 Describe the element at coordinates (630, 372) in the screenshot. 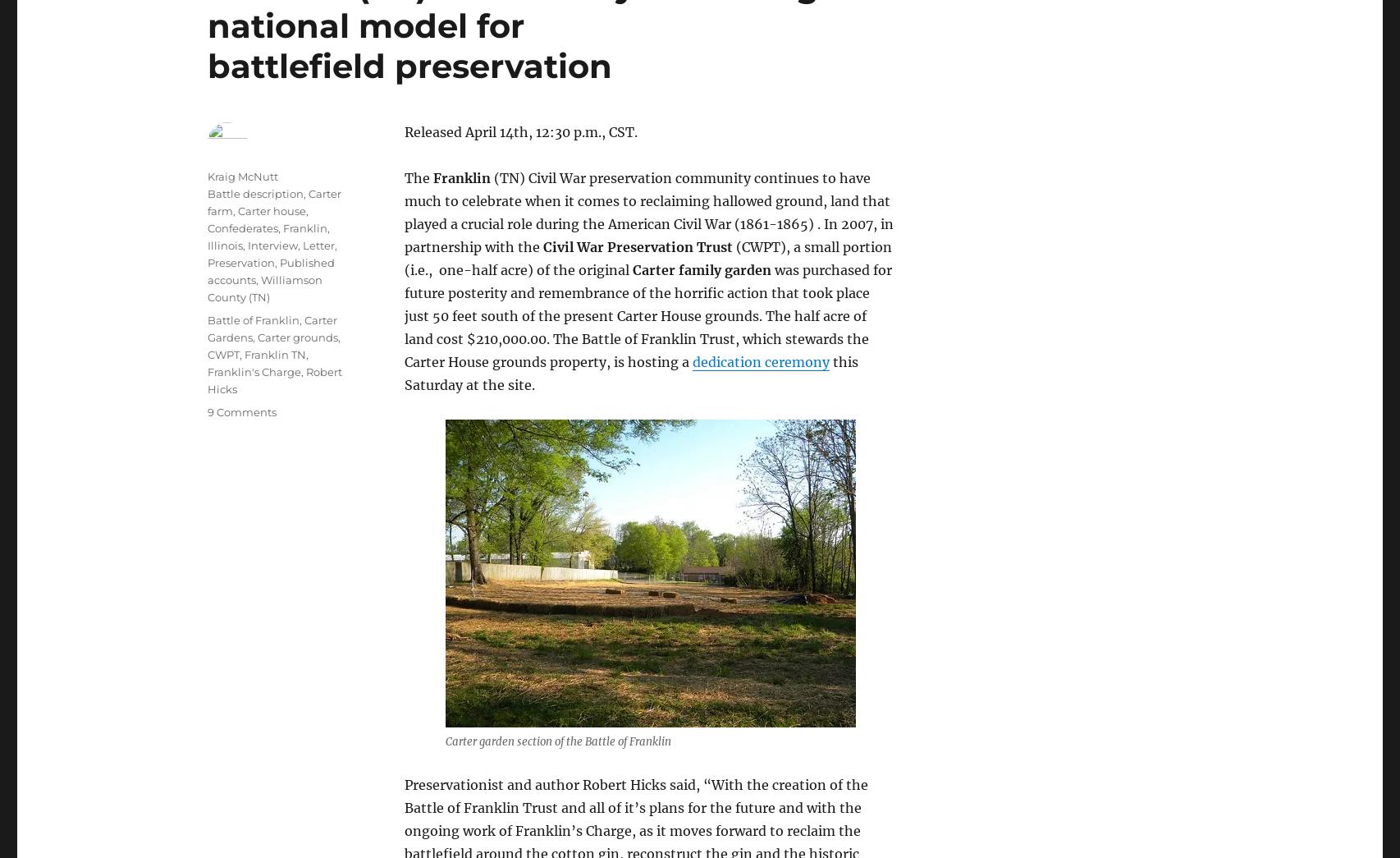

I see `'this Saturday at the site.'` at that location.